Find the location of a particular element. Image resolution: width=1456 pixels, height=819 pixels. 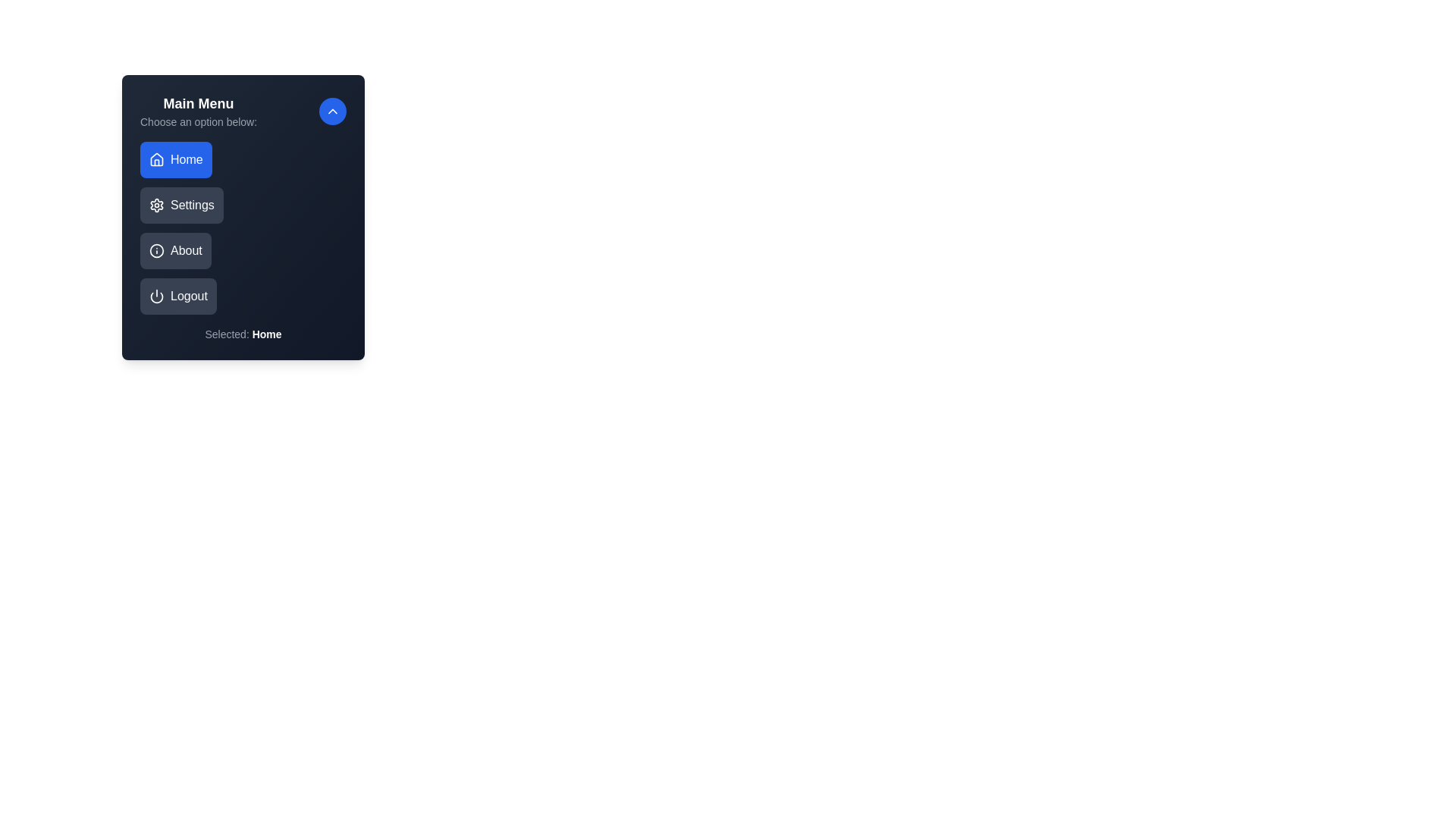

the 'Home' icon in the vertical menu is located at coordinates (156, 160).